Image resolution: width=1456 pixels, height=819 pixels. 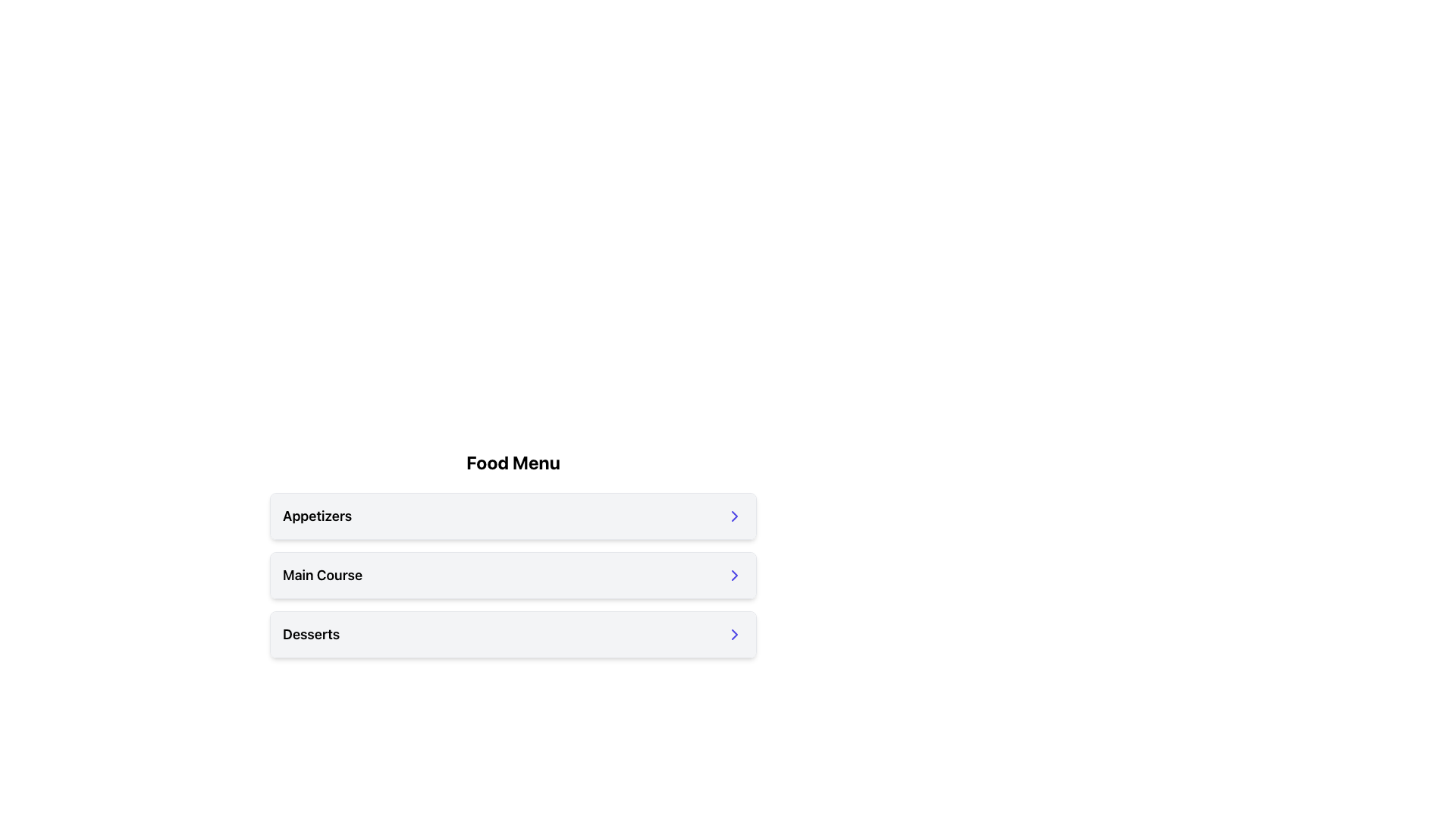 What do you see at coordinates (310, 635) in the screenshot?
I see `the static text label reading 'Desserts', which is styled with a bold and slightly larger font and is part of a horizontal row with an arrow icon to its right` at bounding box center [310, 635].